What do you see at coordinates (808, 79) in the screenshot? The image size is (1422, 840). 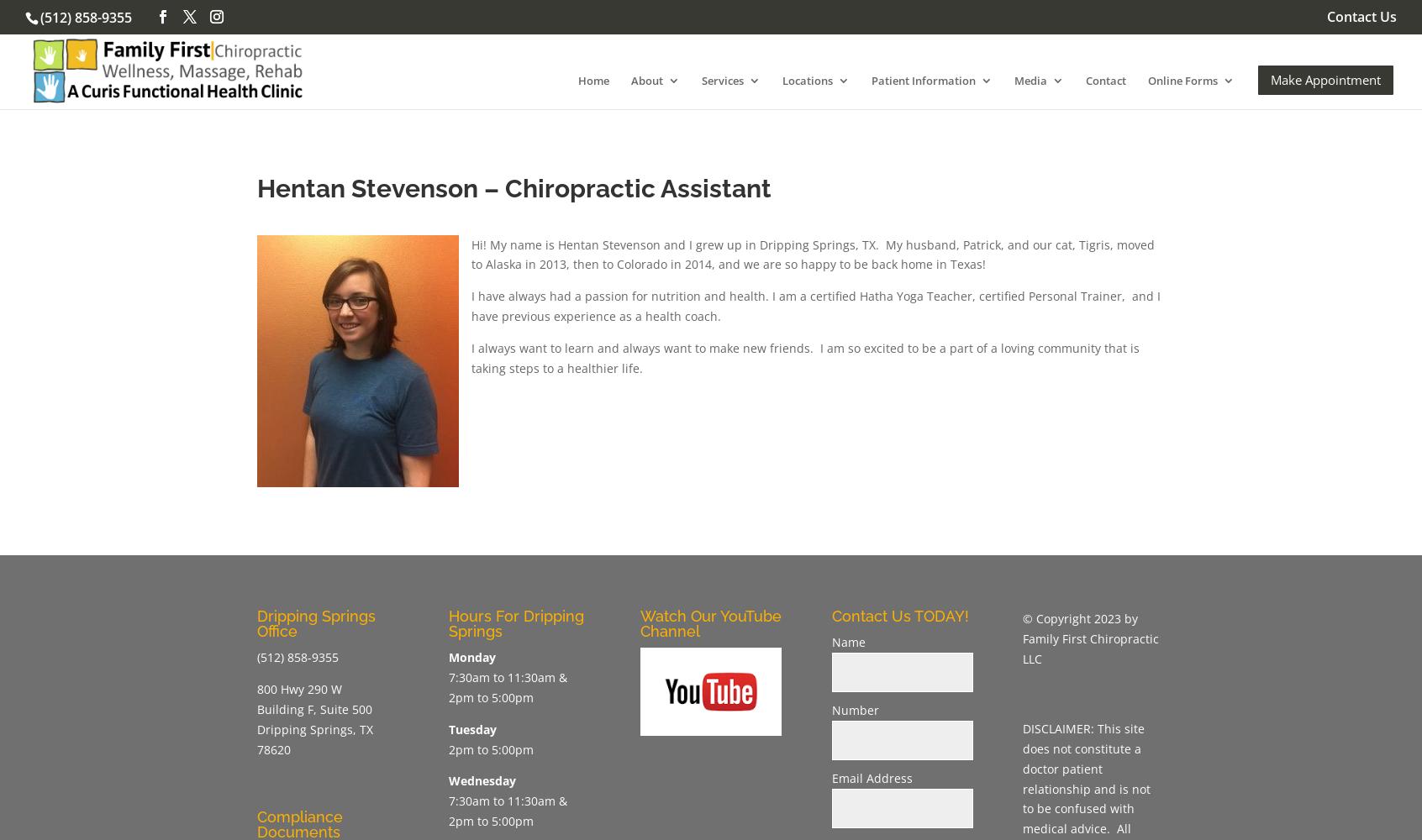 I see `'Locations'` at bounding box center [808, 79].